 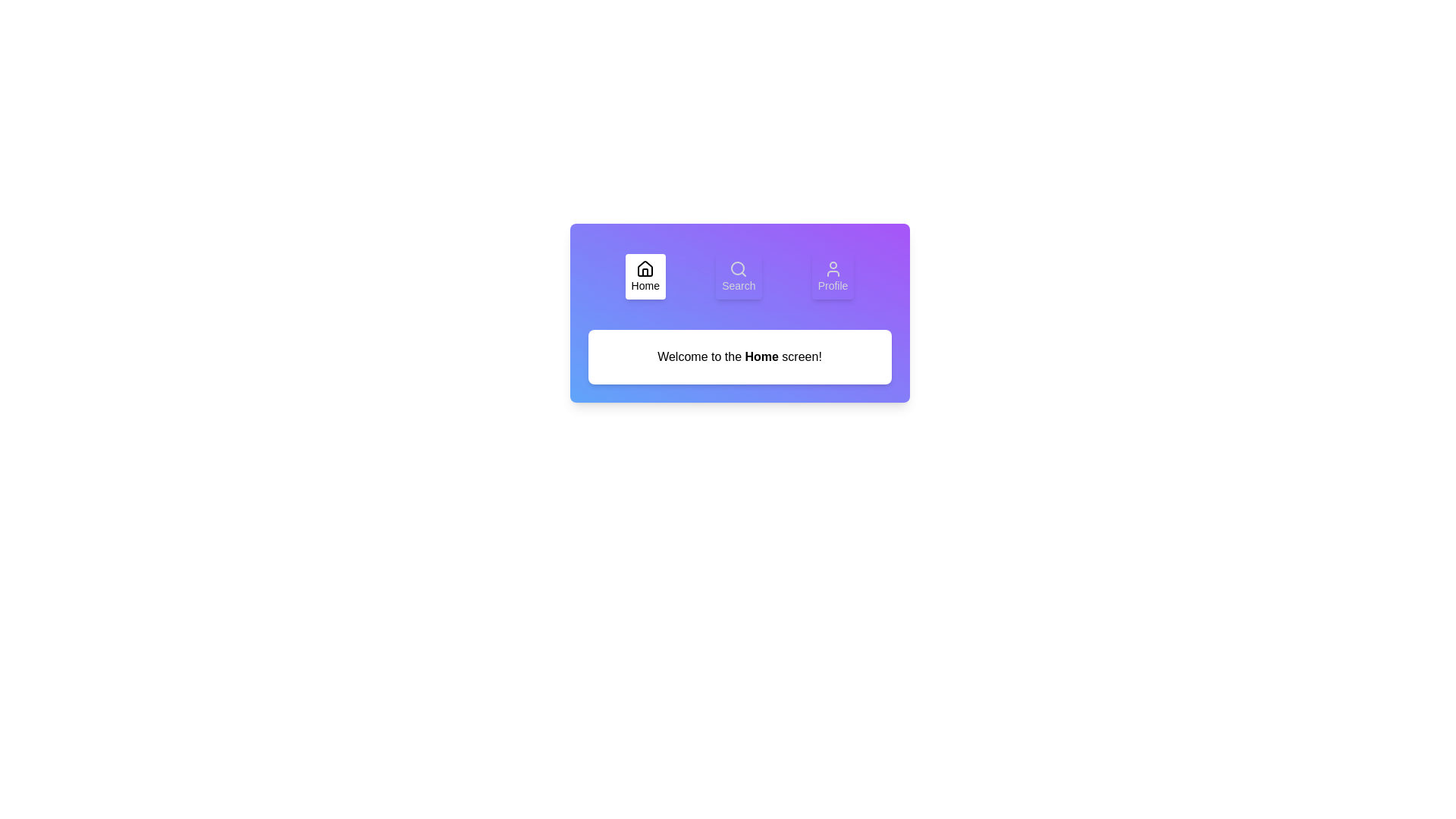 What do you see at coordinates (645, 271) in the screenshot?
I see `the small house-shaped icon within the 'Home' button located on the left side of the horizontal navigation menu` at bounding box center [645, 271].